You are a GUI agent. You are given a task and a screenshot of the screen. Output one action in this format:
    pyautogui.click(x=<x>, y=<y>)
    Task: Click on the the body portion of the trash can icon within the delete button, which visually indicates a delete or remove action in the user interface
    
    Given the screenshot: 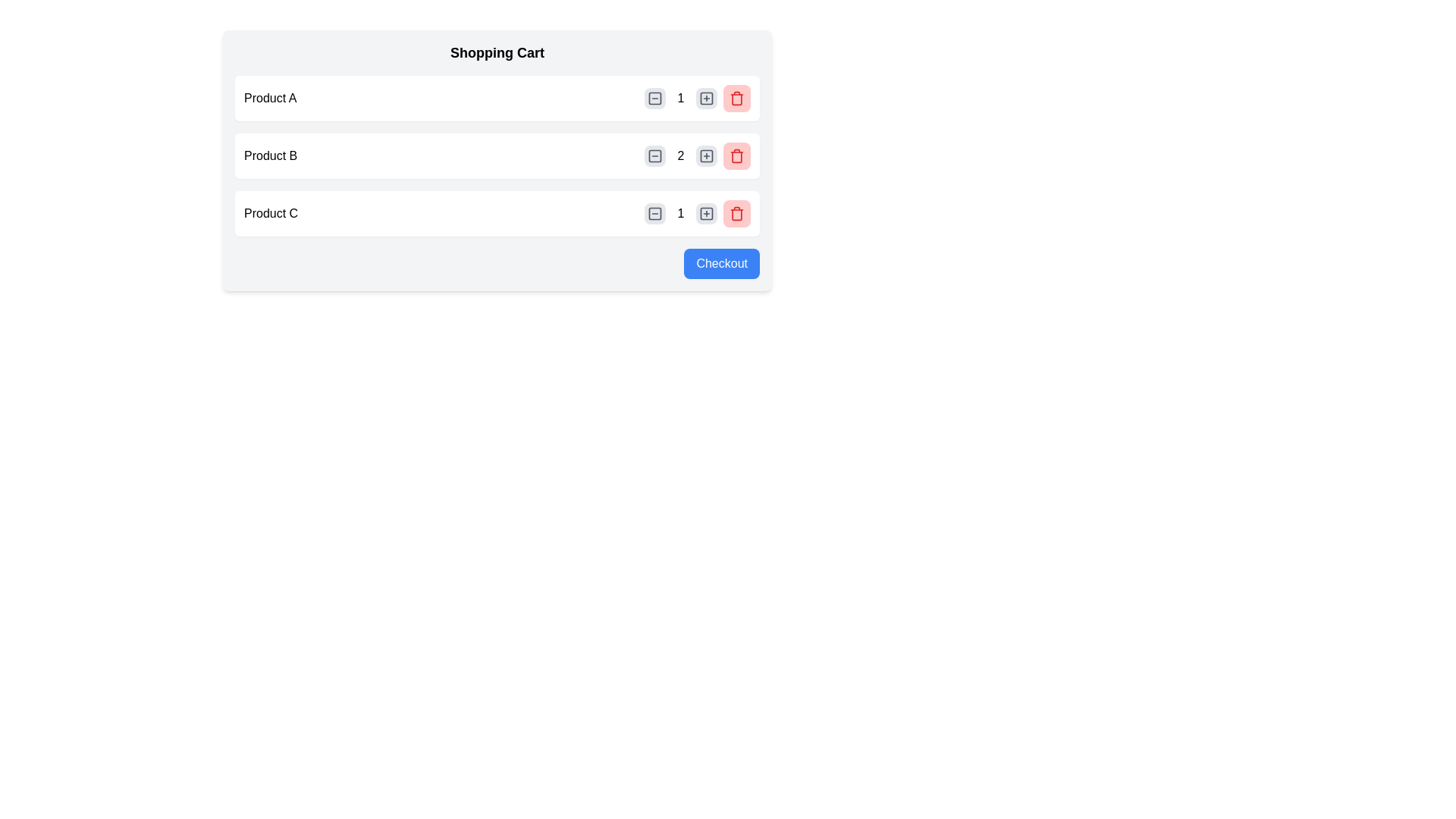 What is the action you would take?
    pyautogui.click(x=736, y=214)
    